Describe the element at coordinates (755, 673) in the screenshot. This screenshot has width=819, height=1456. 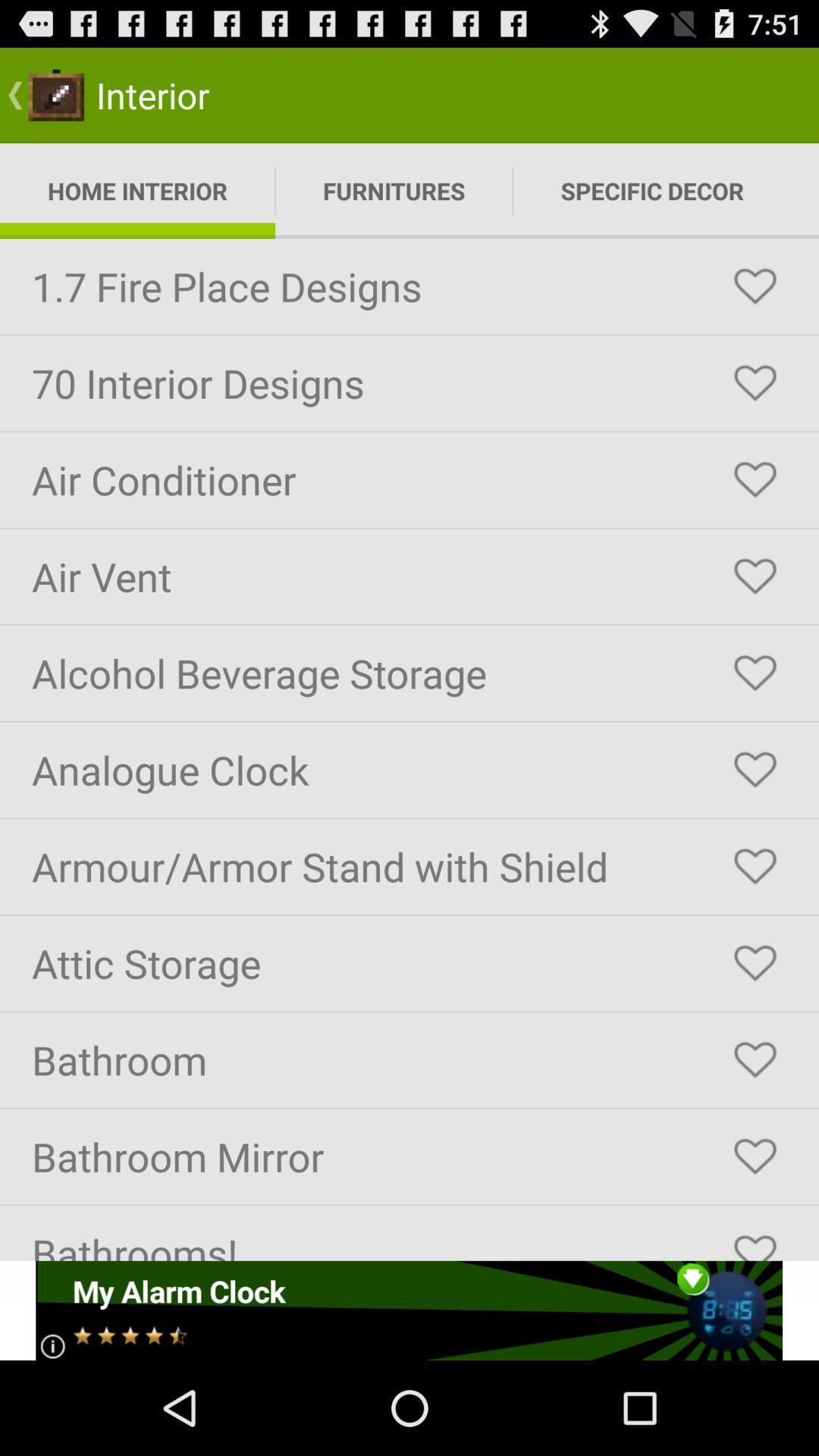
I see `select alcohol beverage storage` at that location.